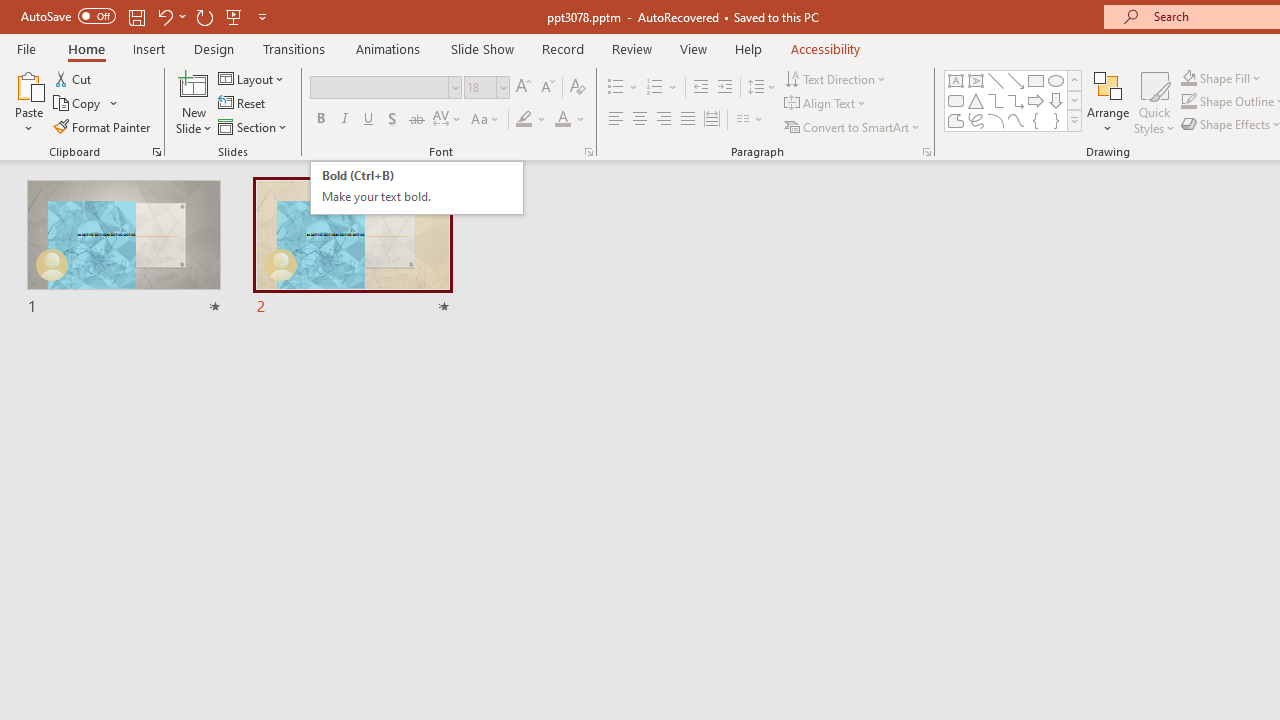 The width and height of the screenshot is (1280, 720). What do you see at coordinates (925, 150) in the screenshot?
I see `'Paragraph...'` at bounding box center [925, 150].